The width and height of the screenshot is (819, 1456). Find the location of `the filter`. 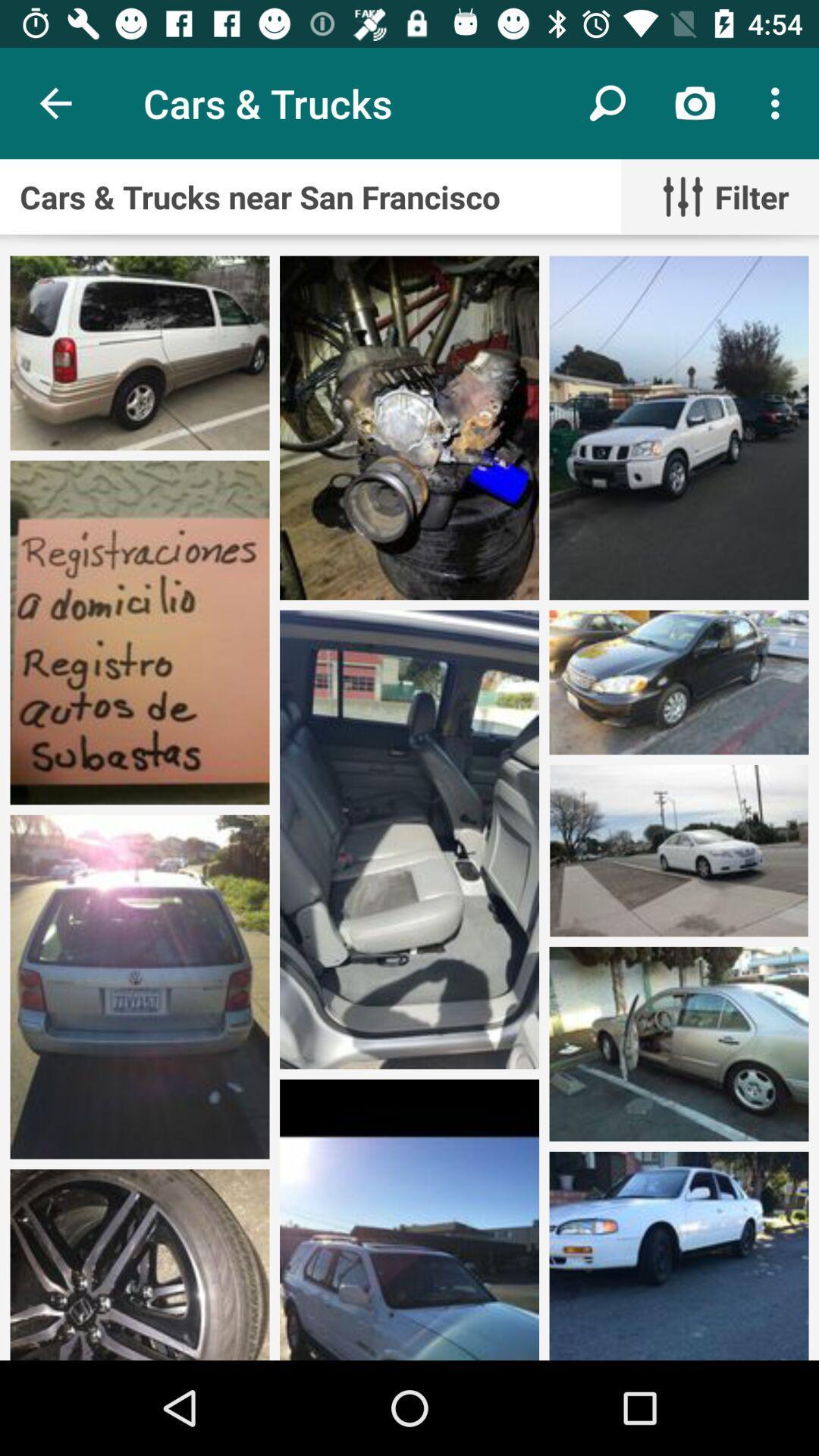

the filter is located at coordinates (719, 196).